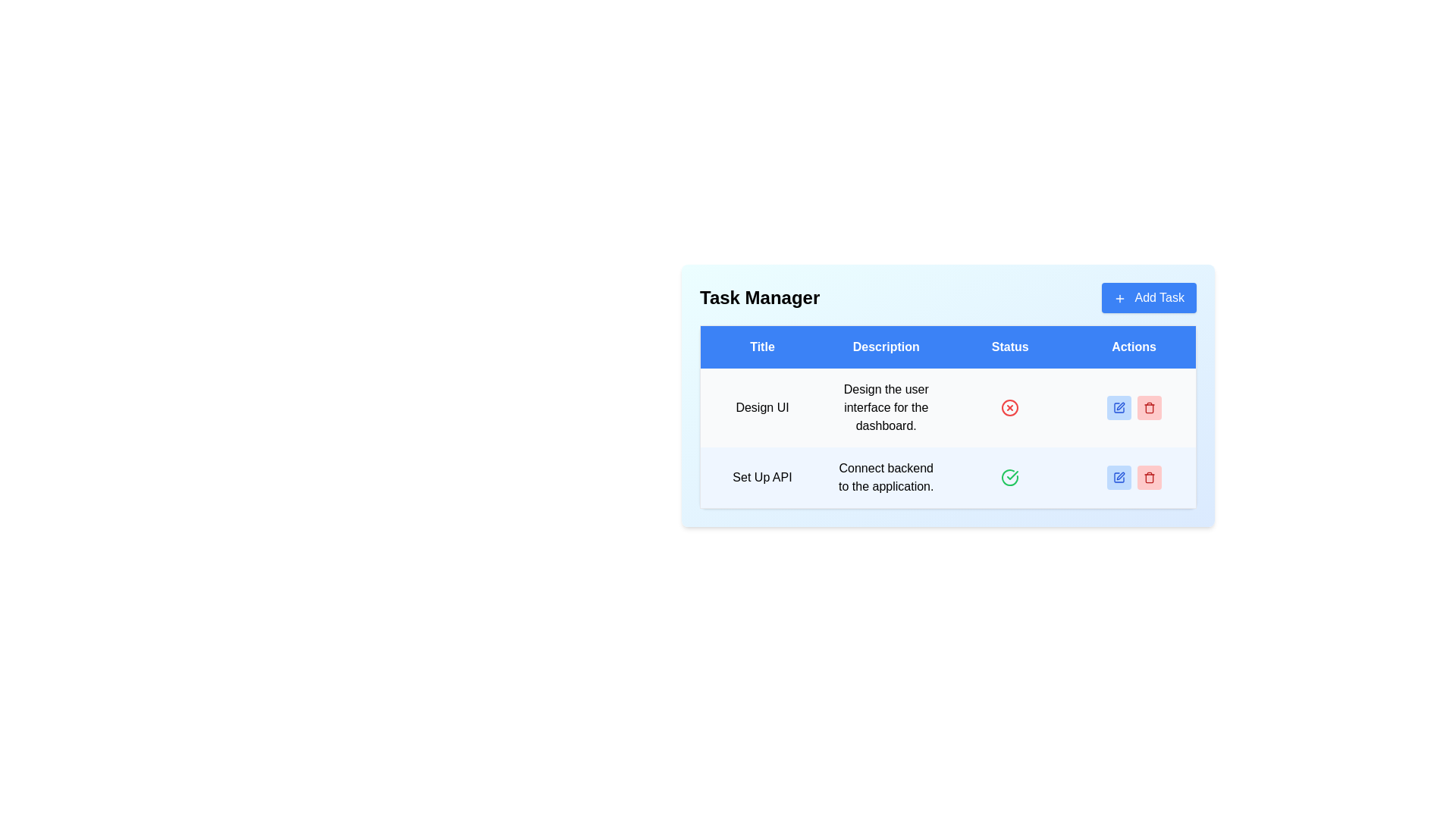 The image size is (1456, 819). What do you see at coordinates (1009, 476) in the screenshot?
I see `the circular green icon with a checkmark in the Status column of the second row in the Task Manager table` at bounding box center [1009, 476].